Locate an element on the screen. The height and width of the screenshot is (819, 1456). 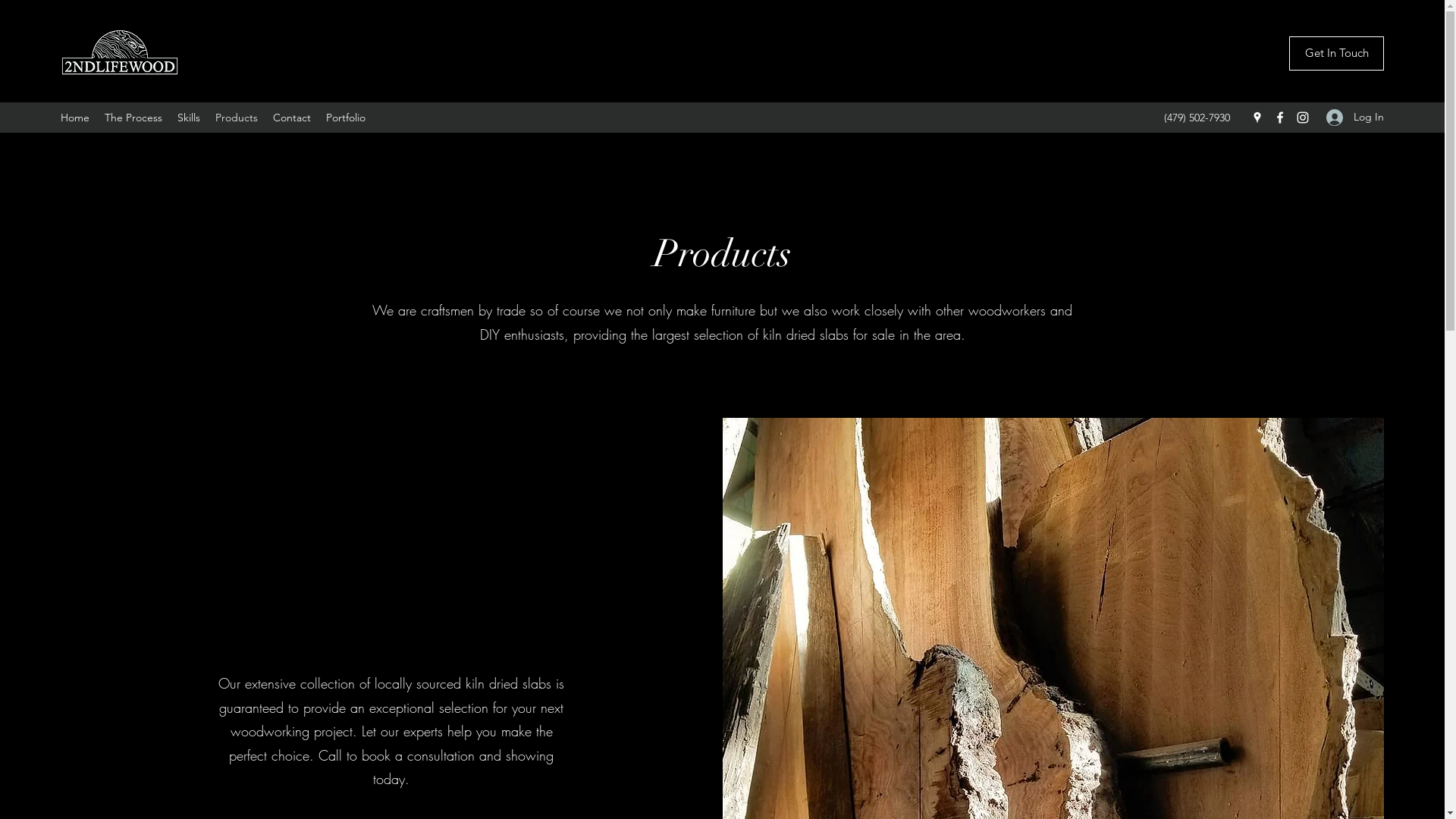
'Get In Touch' is located at coordinates (1336, 52).